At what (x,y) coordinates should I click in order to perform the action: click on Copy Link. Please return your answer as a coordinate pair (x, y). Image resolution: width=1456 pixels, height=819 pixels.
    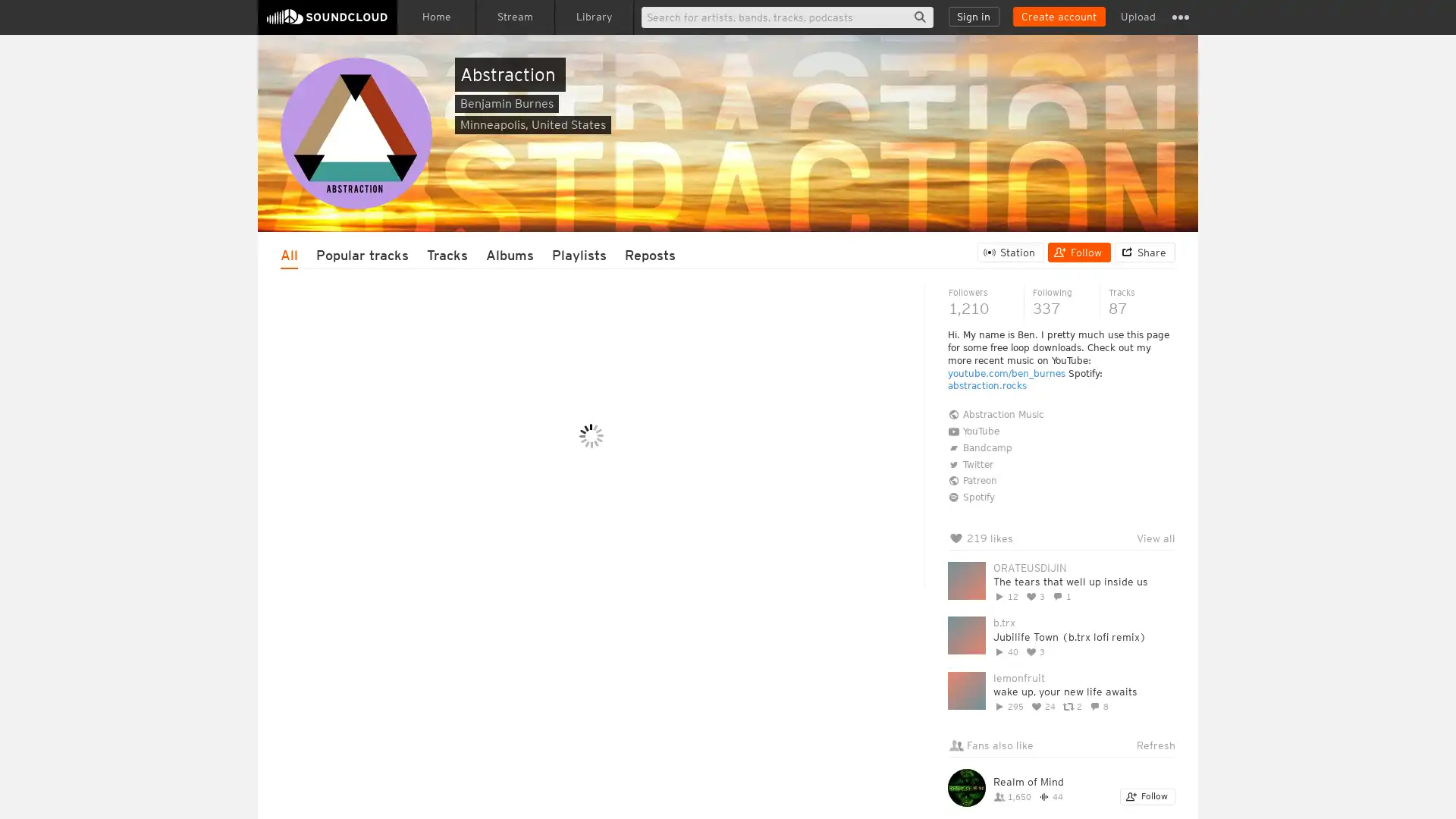
    Looking at the image, I should click on (605, 452).